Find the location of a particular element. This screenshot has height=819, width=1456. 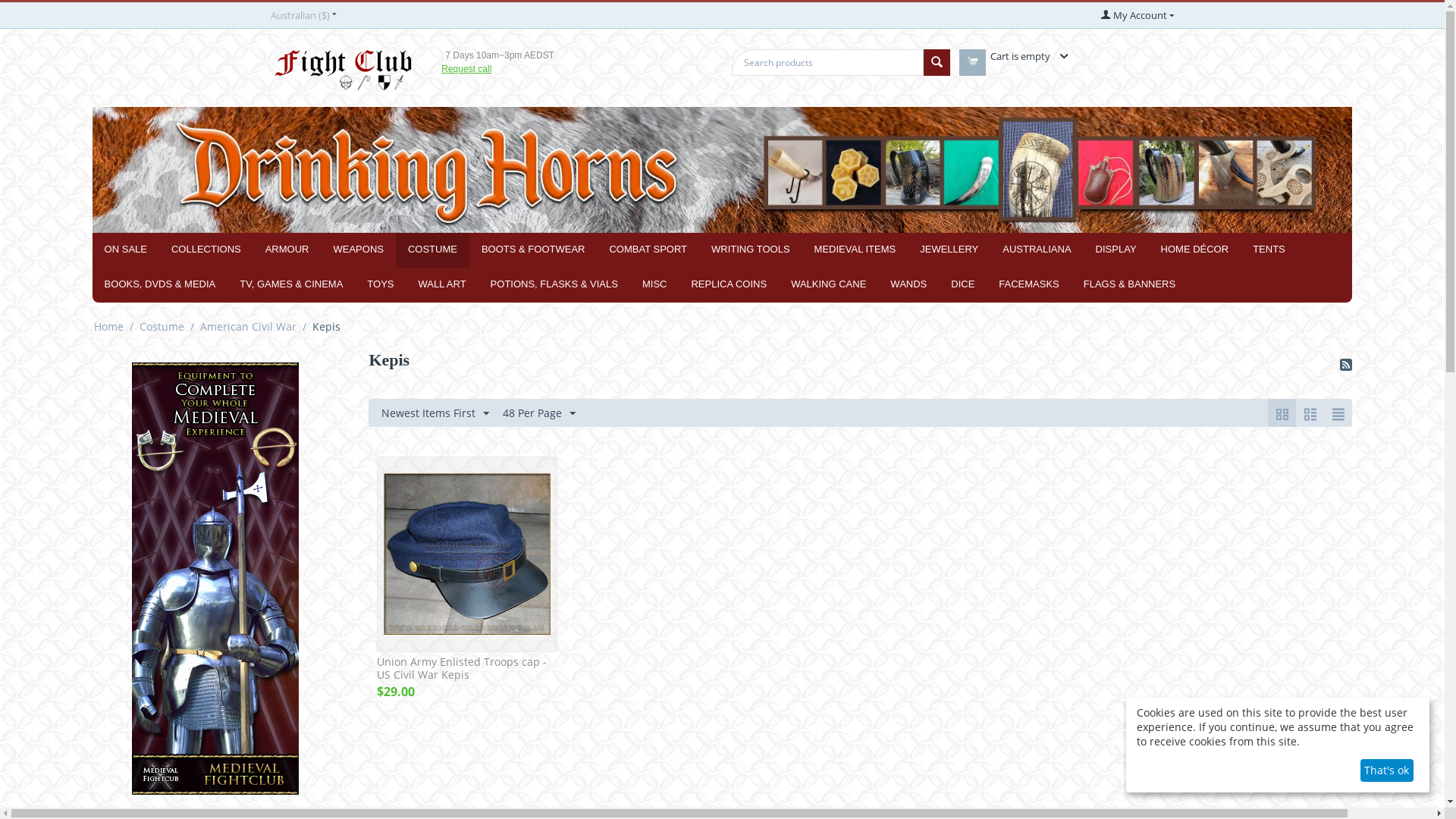

'BOOKS, DVDS & MEDIA' is located at coordinates (160, 284).